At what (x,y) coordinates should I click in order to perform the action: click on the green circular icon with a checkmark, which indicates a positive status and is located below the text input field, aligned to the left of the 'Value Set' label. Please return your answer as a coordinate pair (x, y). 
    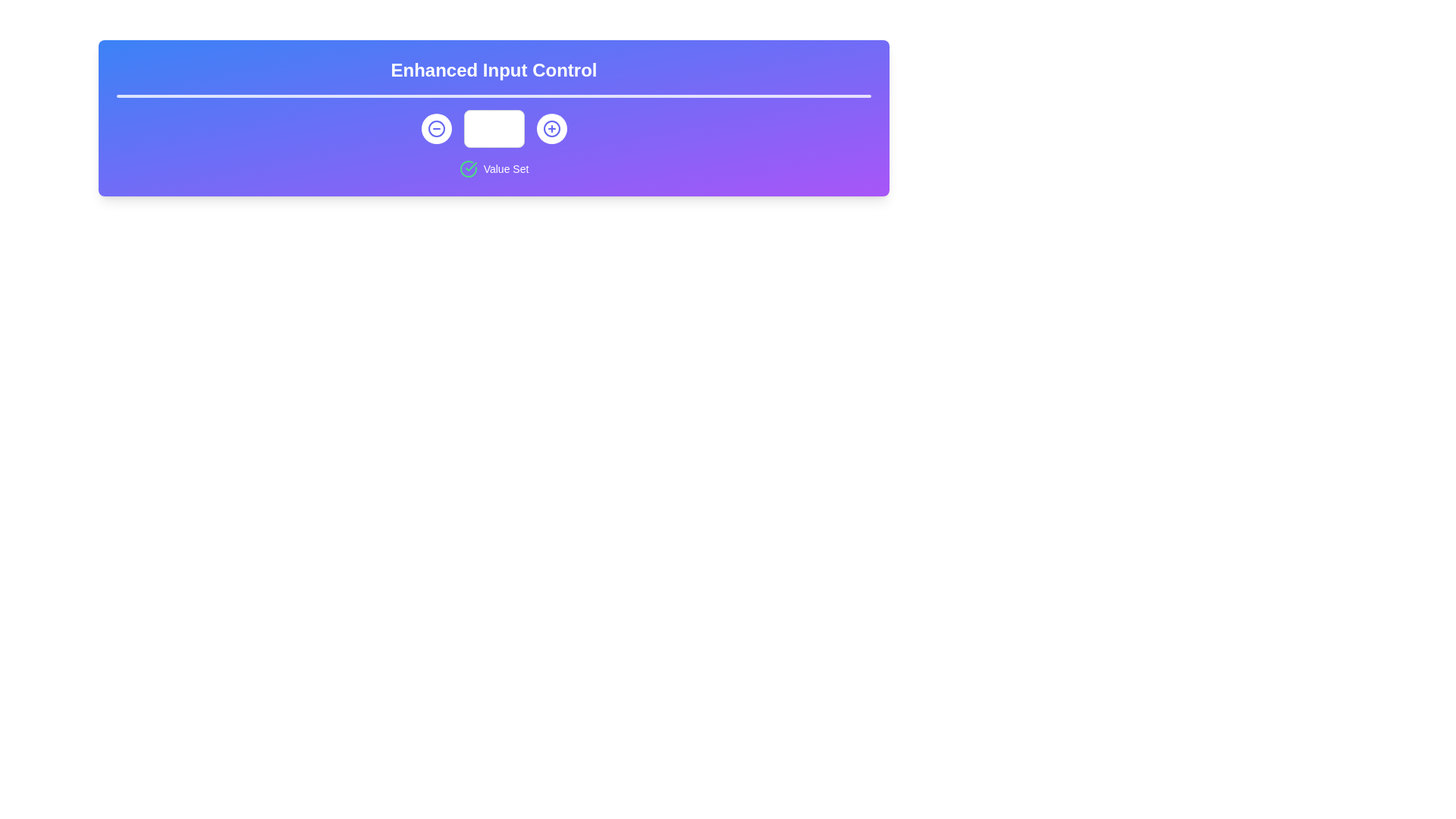
    Looking at the image, I should click on (467, 169).